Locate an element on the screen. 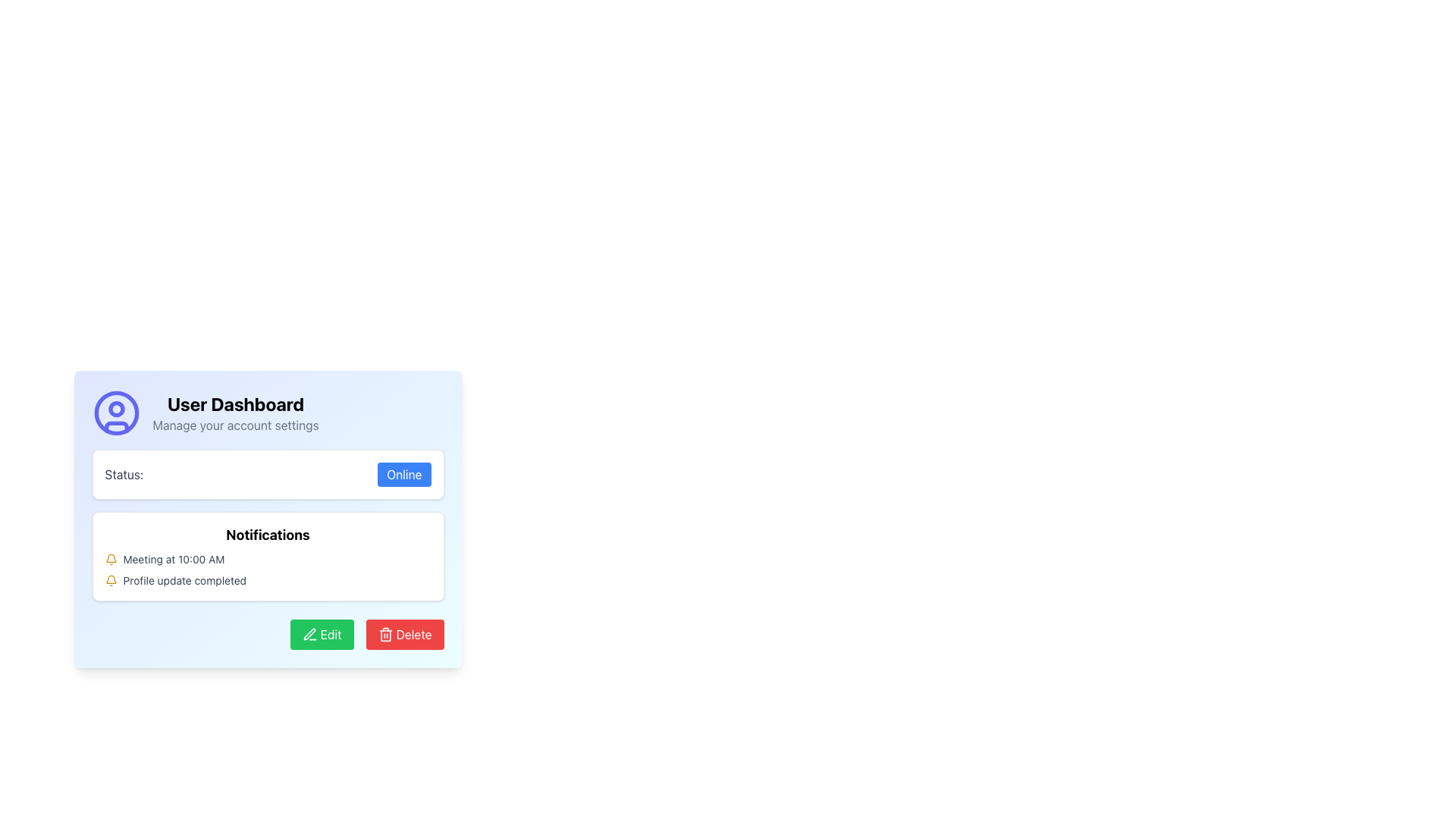 The image size is (1456, 819). the pen-shaped icon with a green background that is part of the 'Edit' button located in the bottom-left region of the interface is located at coordinates (309, 635).